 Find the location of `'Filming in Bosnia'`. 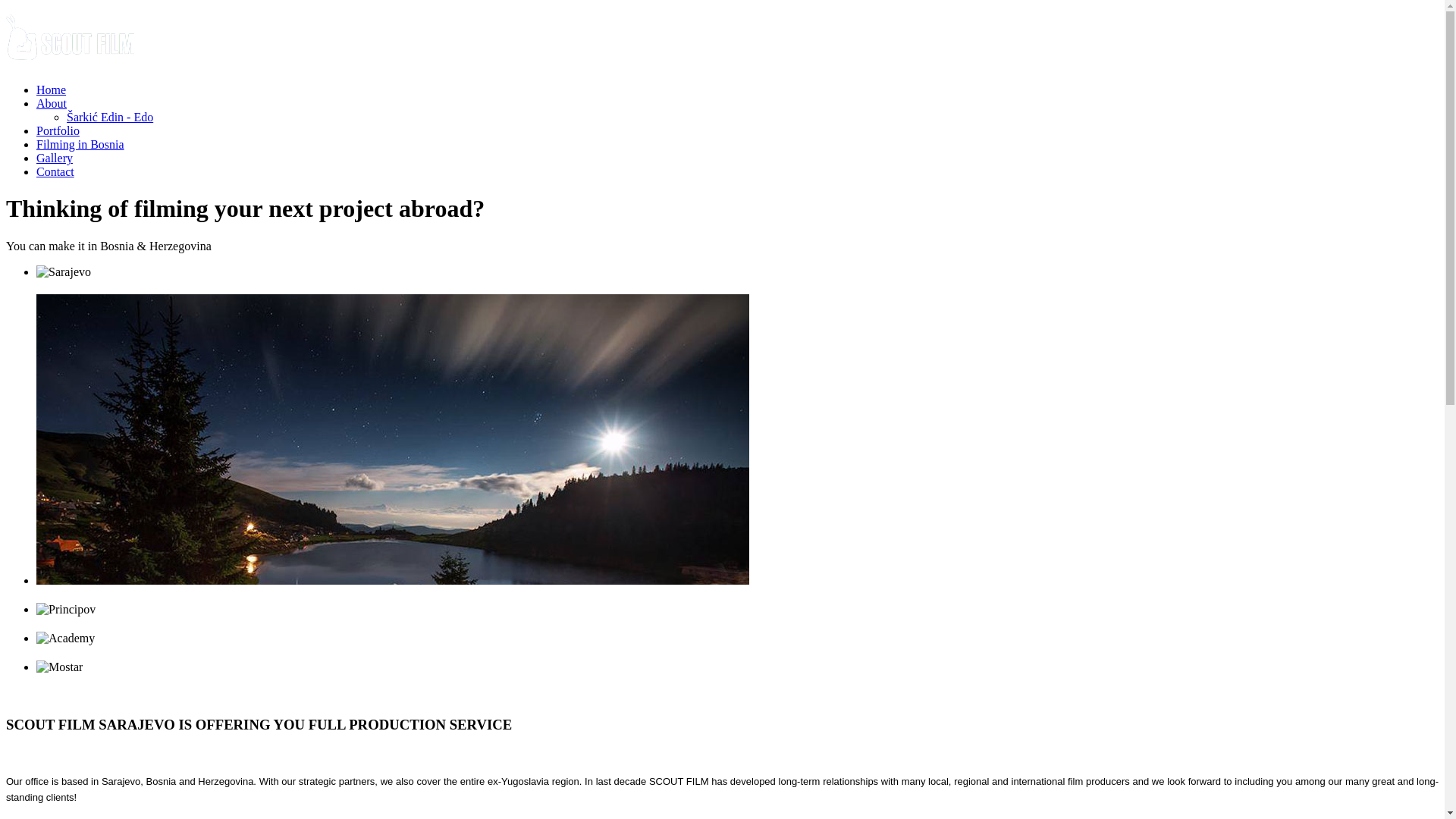

'Filming in Bosnia' is located at coordinates (79, 144).